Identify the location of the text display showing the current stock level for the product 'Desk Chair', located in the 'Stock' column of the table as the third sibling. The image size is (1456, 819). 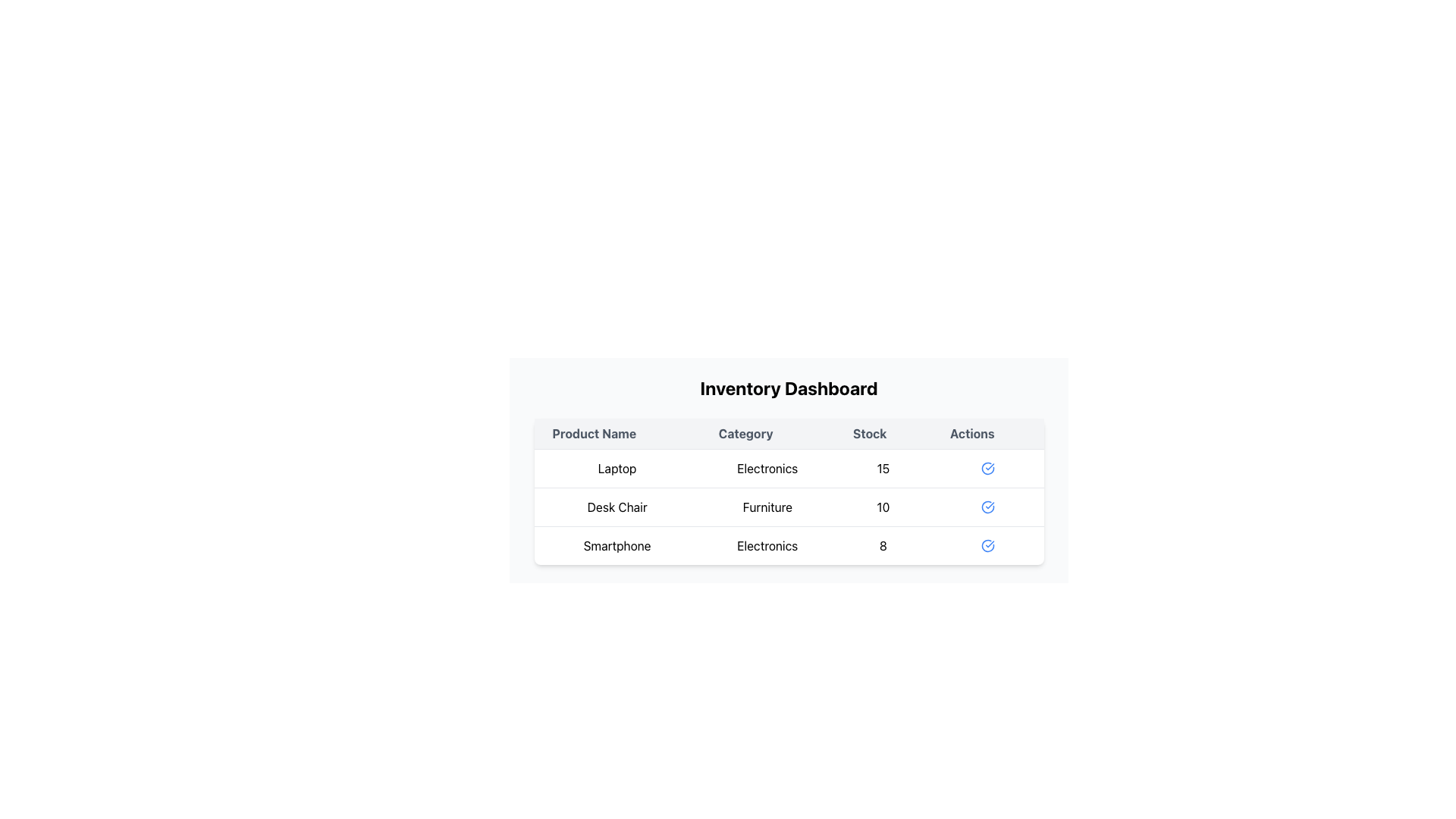
(883, 507).